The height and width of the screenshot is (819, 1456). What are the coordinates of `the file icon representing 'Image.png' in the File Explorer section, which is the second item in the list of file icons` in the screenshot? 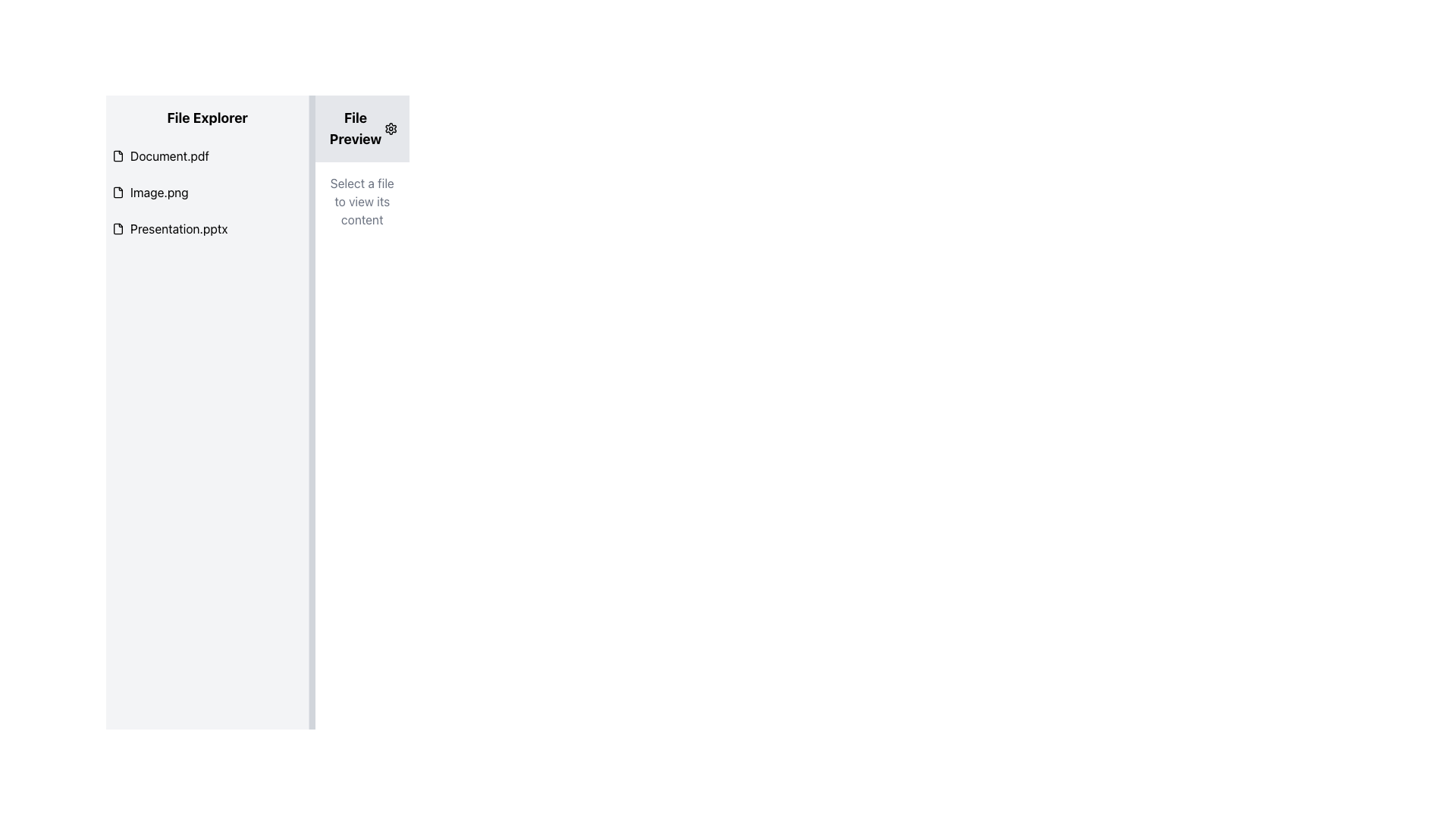 It's located at (118, 191).